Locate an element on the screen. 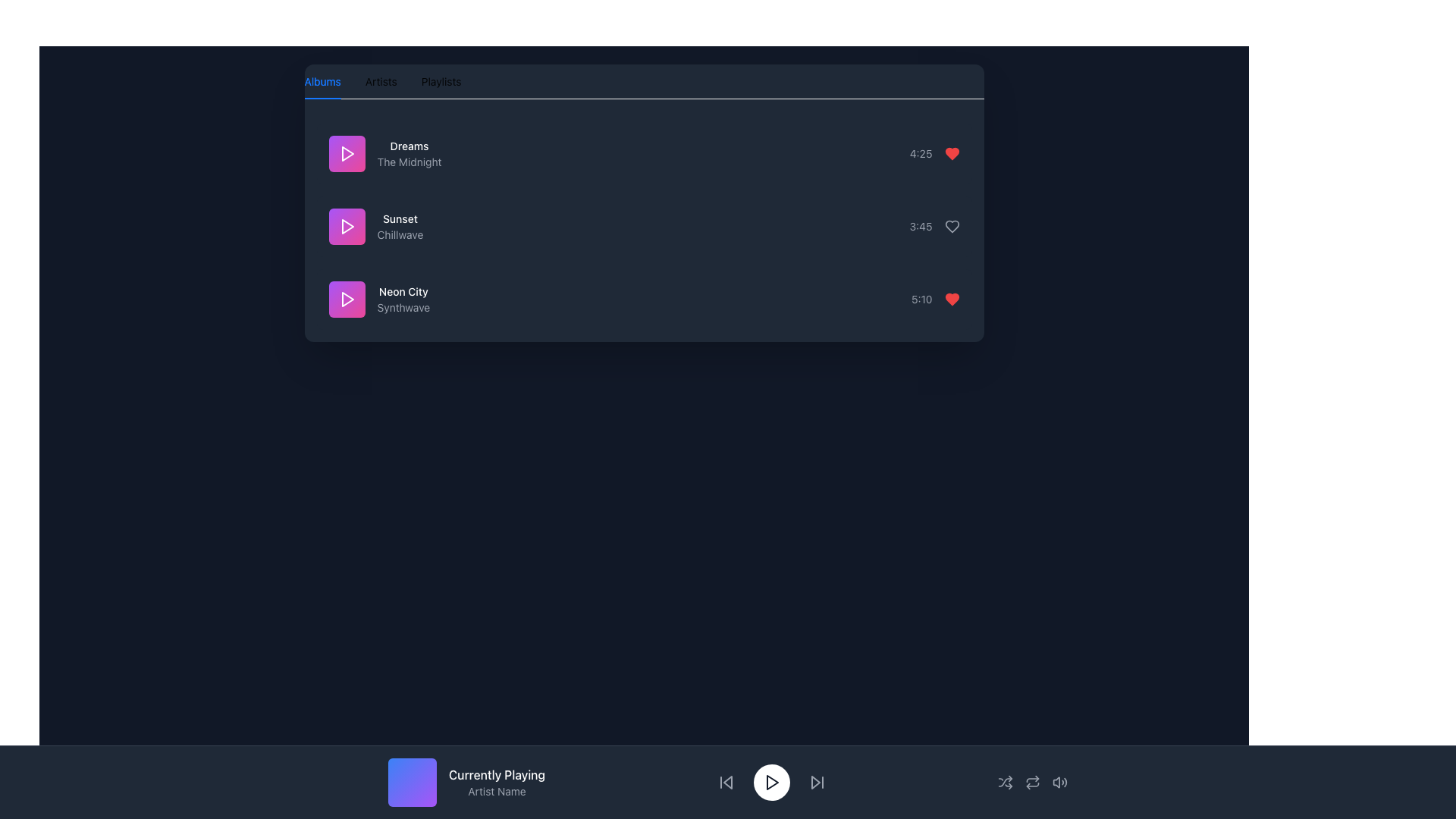 The width and height of the screenshot is (1456, 819). the second heart icon to favorite the music track labeled 'Sunset' is located at coordinates (951, 227).